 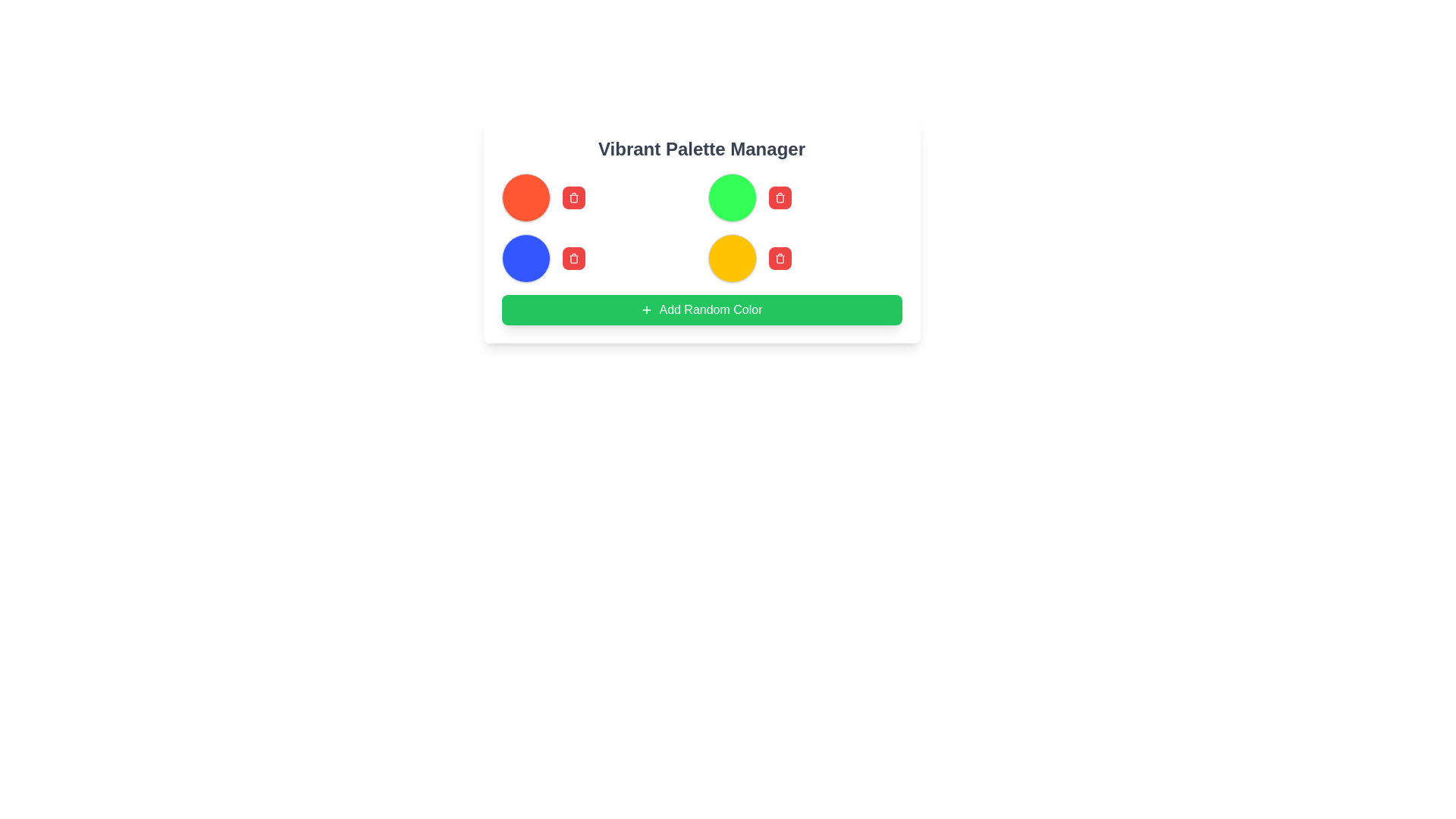 What do you see at coordinates (598, 257) in the screenshot?
I see `the blue circular element` at bounding box center [598, 257].